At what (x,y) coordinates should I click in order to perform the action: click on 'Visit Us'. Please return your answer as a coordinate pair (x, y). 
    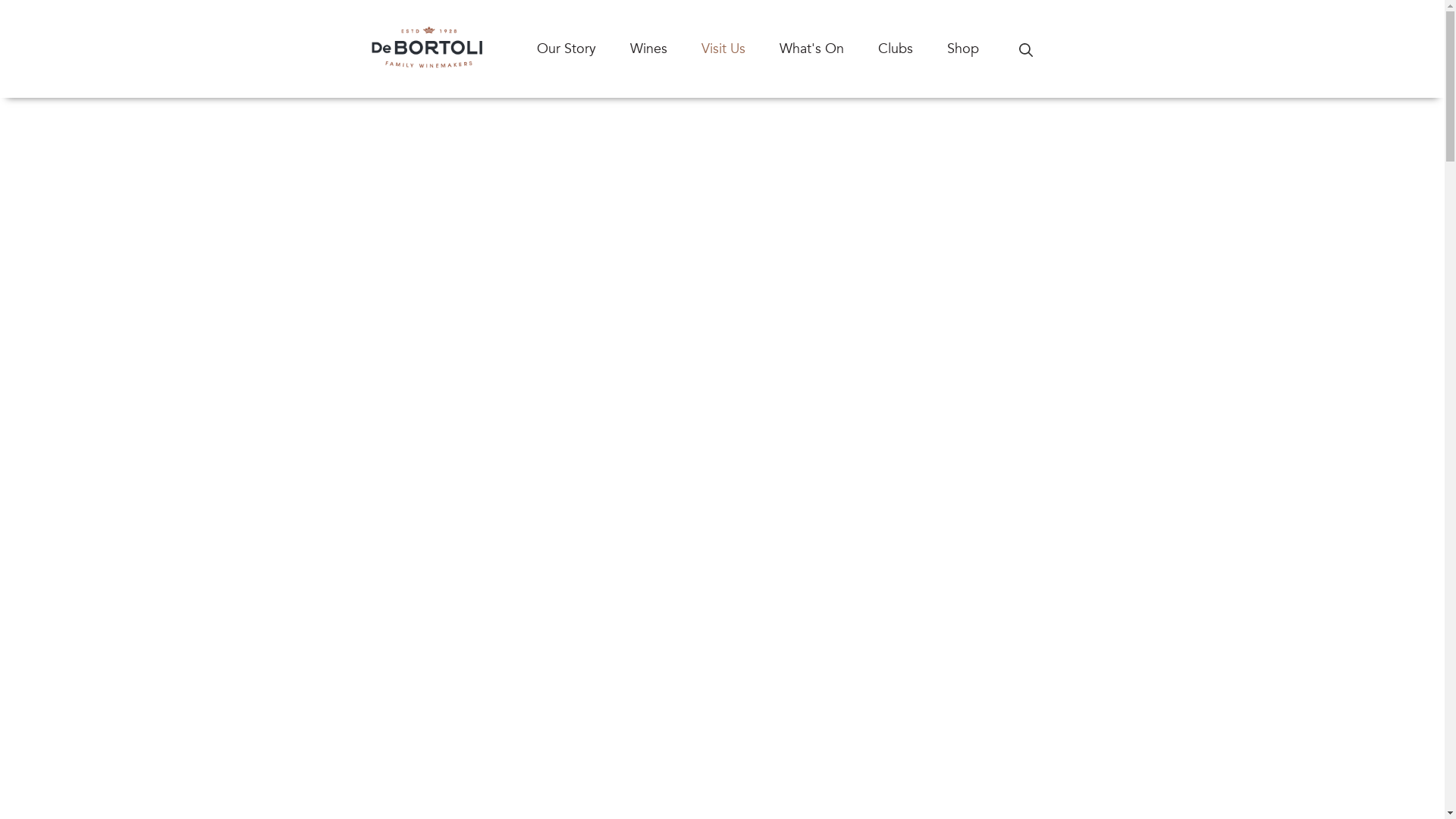
    Looking at the image, I should click on (739, 48).